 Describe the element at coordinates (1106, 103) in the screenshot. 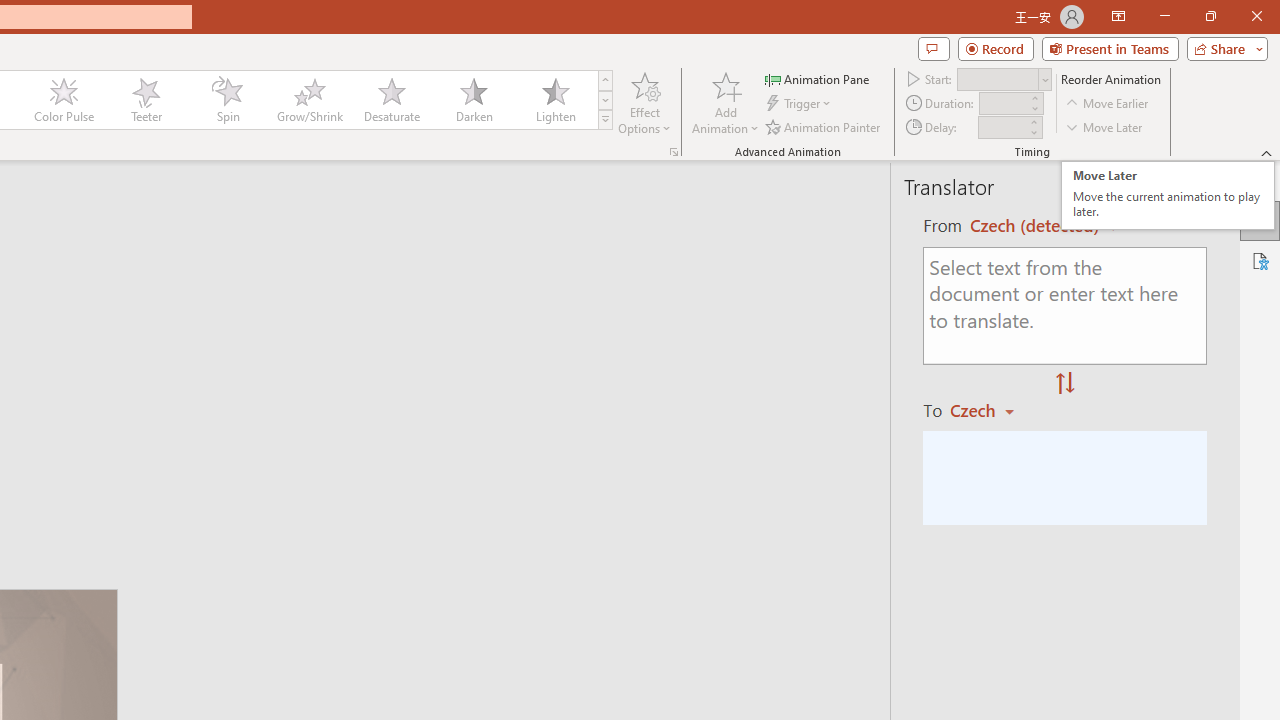

I see `'Move Earlier'` at that location.